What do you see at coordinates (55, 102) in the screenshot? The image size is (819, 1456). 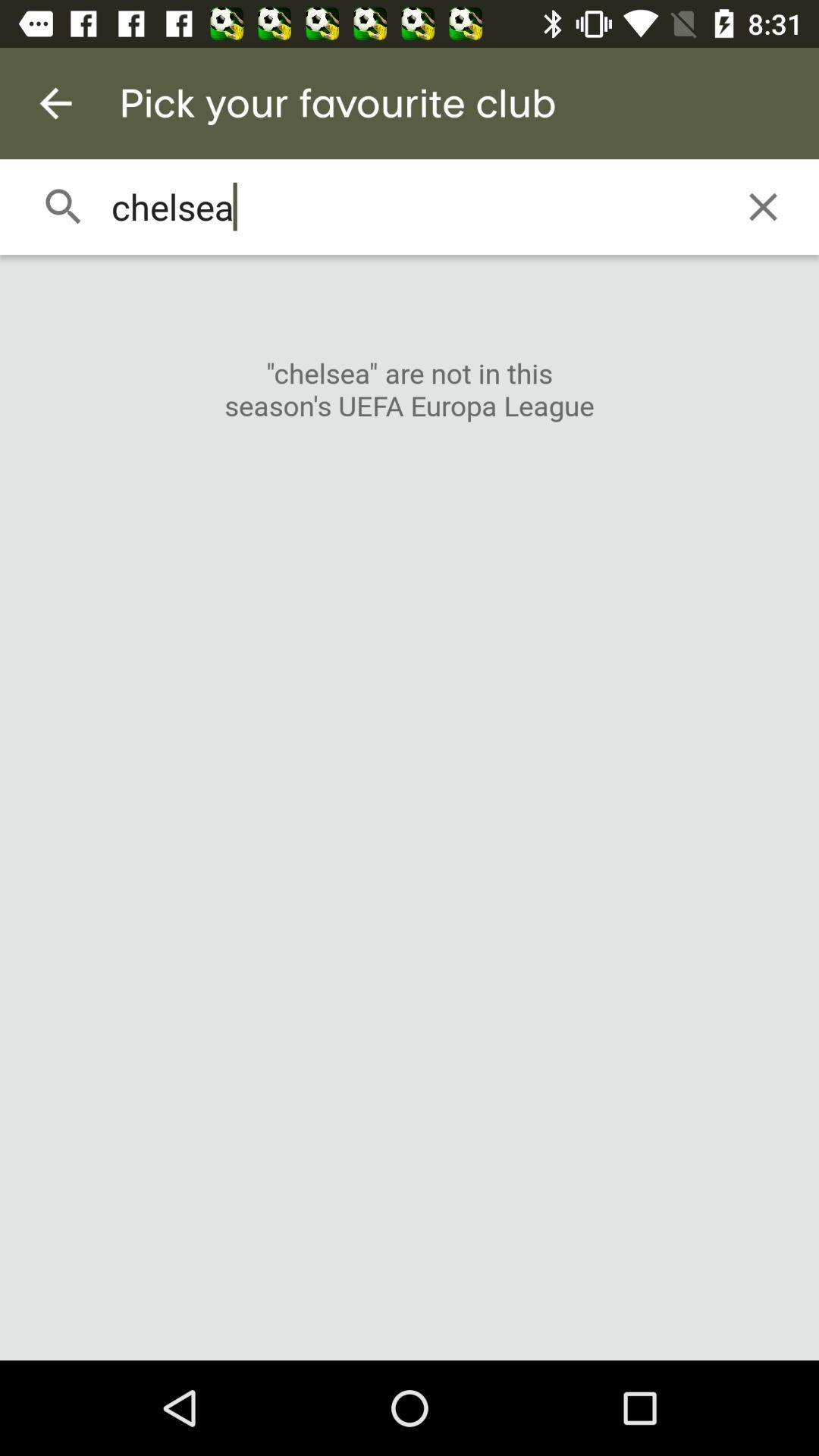 I see `the item to the left of the pick your favourite` at bounding box center [55, 102].